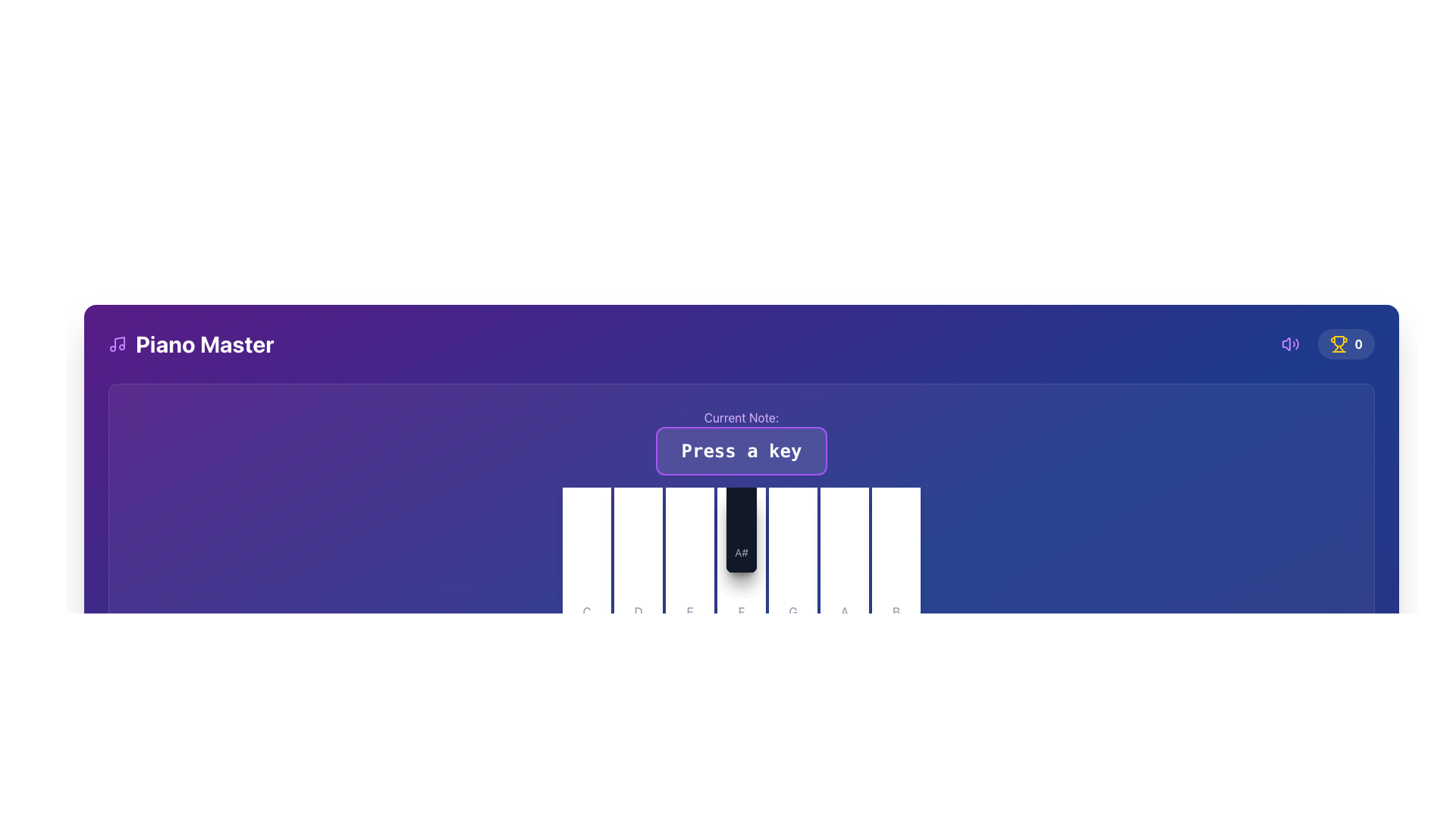  What do you see at coordinates (689, 560) in the screenshot?
I see `the third white piano key, which is visually represented by a vertically oriented rectangle with a white background and a gray letter 'E' at the bottom center` at bounding box center [689, 560].